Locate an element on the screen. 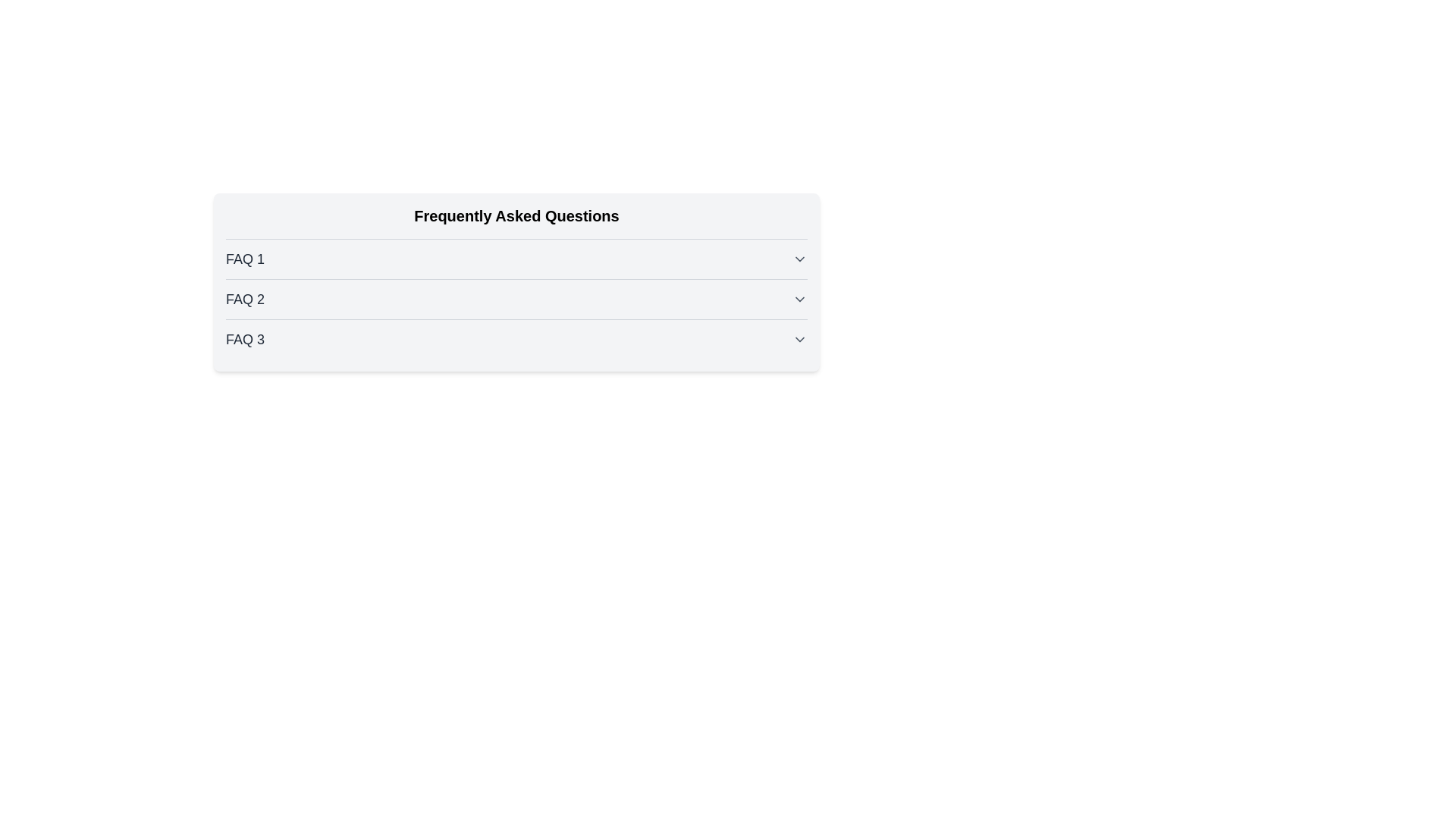  the 'FAQ 3' dropdown list item, which is the third item in the FAQ list is located at coordinates (516, 334).